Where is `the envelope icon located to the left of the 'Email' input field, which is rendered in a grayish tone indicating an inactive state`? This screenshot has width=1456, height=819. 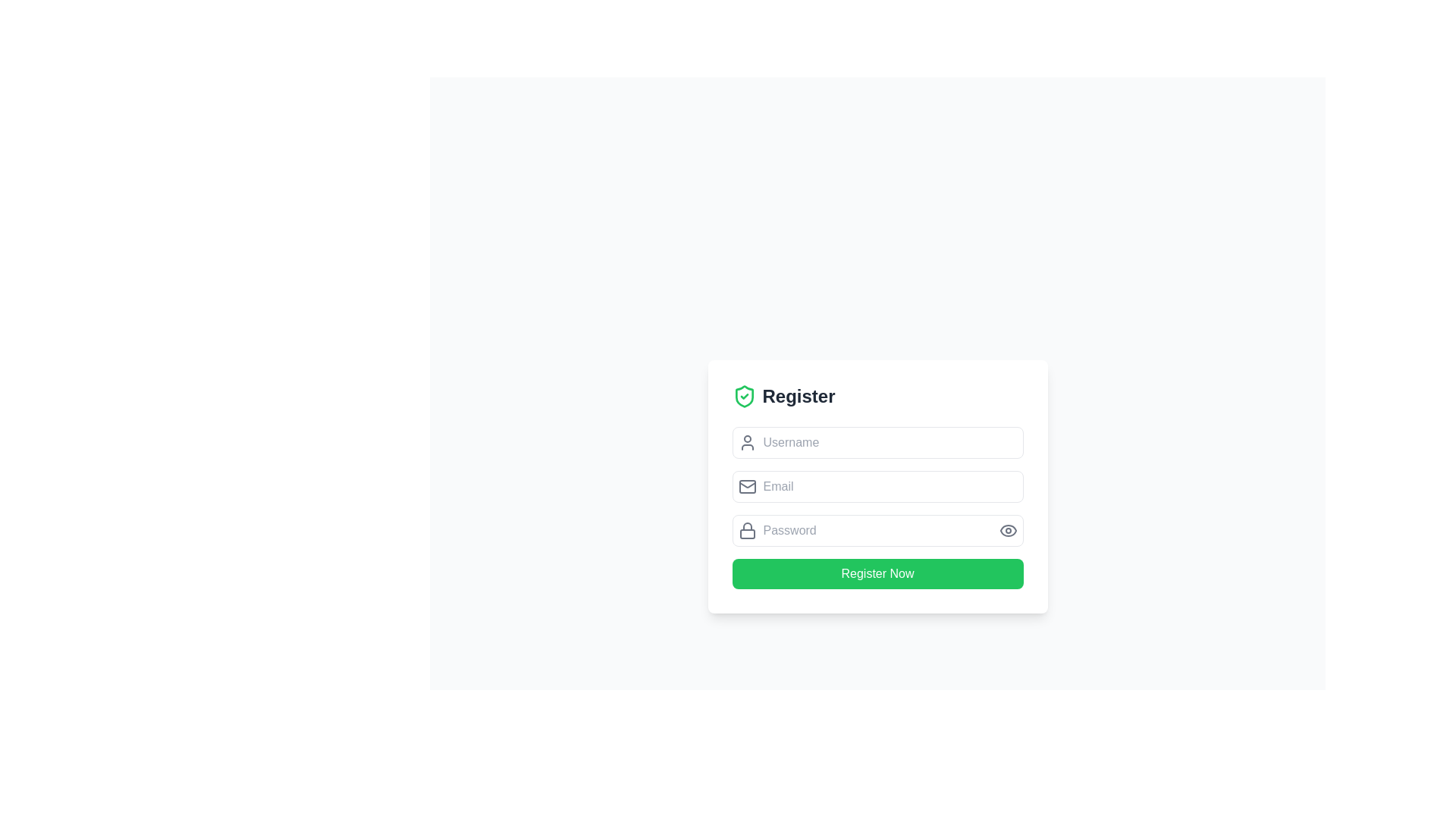
the envelope icon located to the left of the 'Email' input field, which is rendered in a grayish tone indicating an inactive state is located at coordinates (747, 486).